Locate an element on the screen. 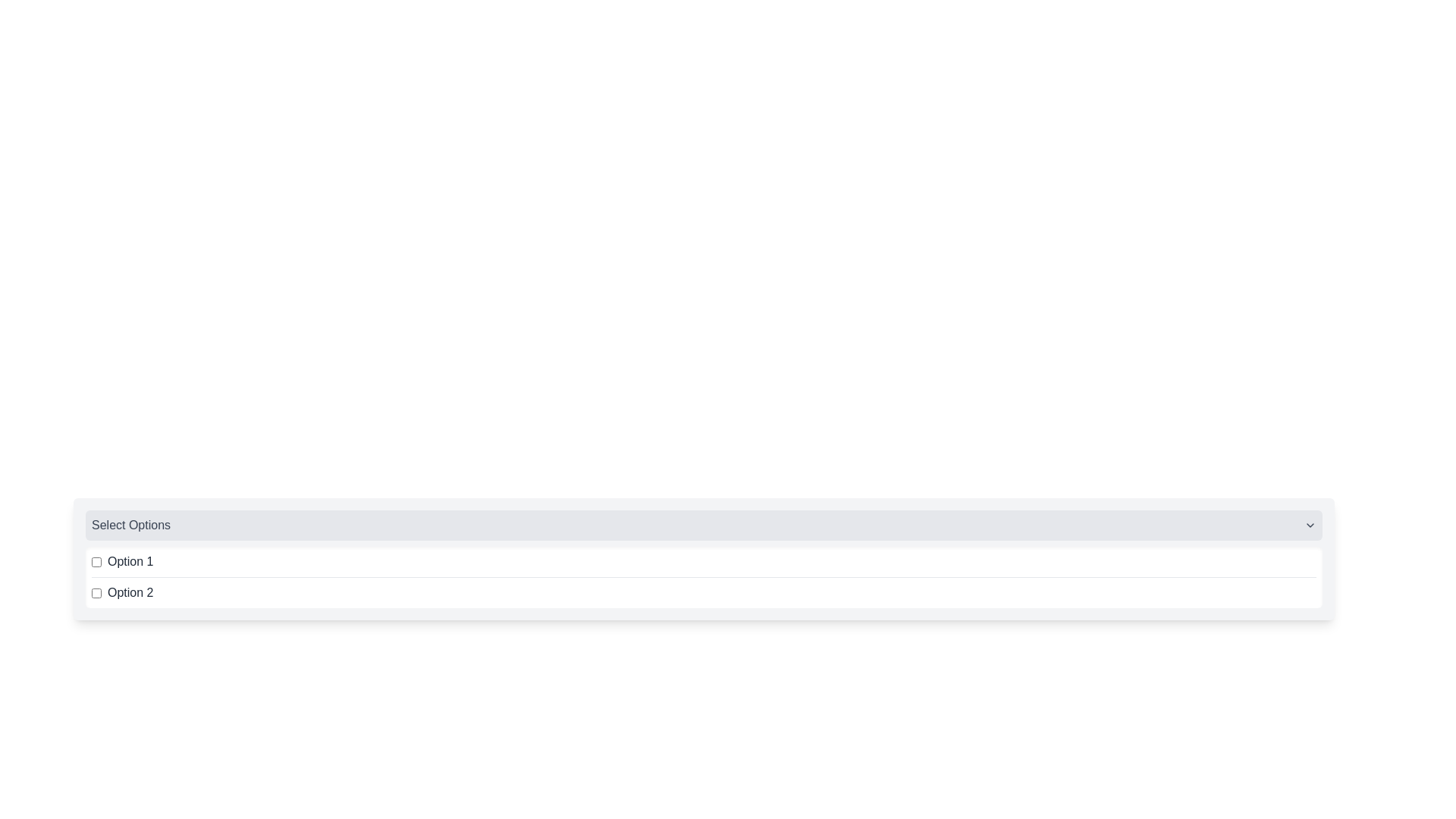 The height and width of the screenshot is (819, 1456). the checkbox labeled 'Option 2' is located at coordinates (96, 592).